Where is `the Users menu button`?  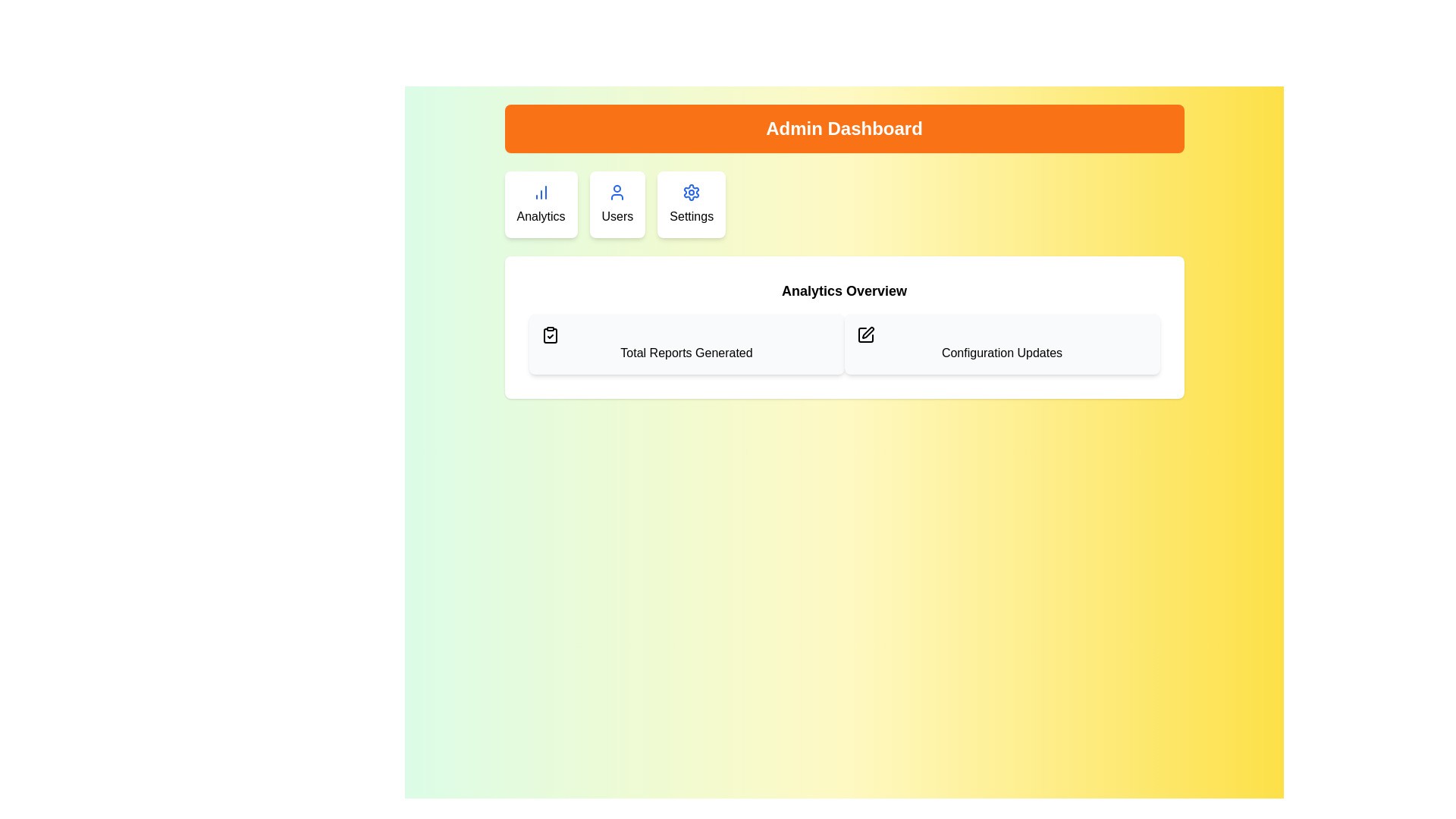
the Users menu button is located at coordinates (617, 205).